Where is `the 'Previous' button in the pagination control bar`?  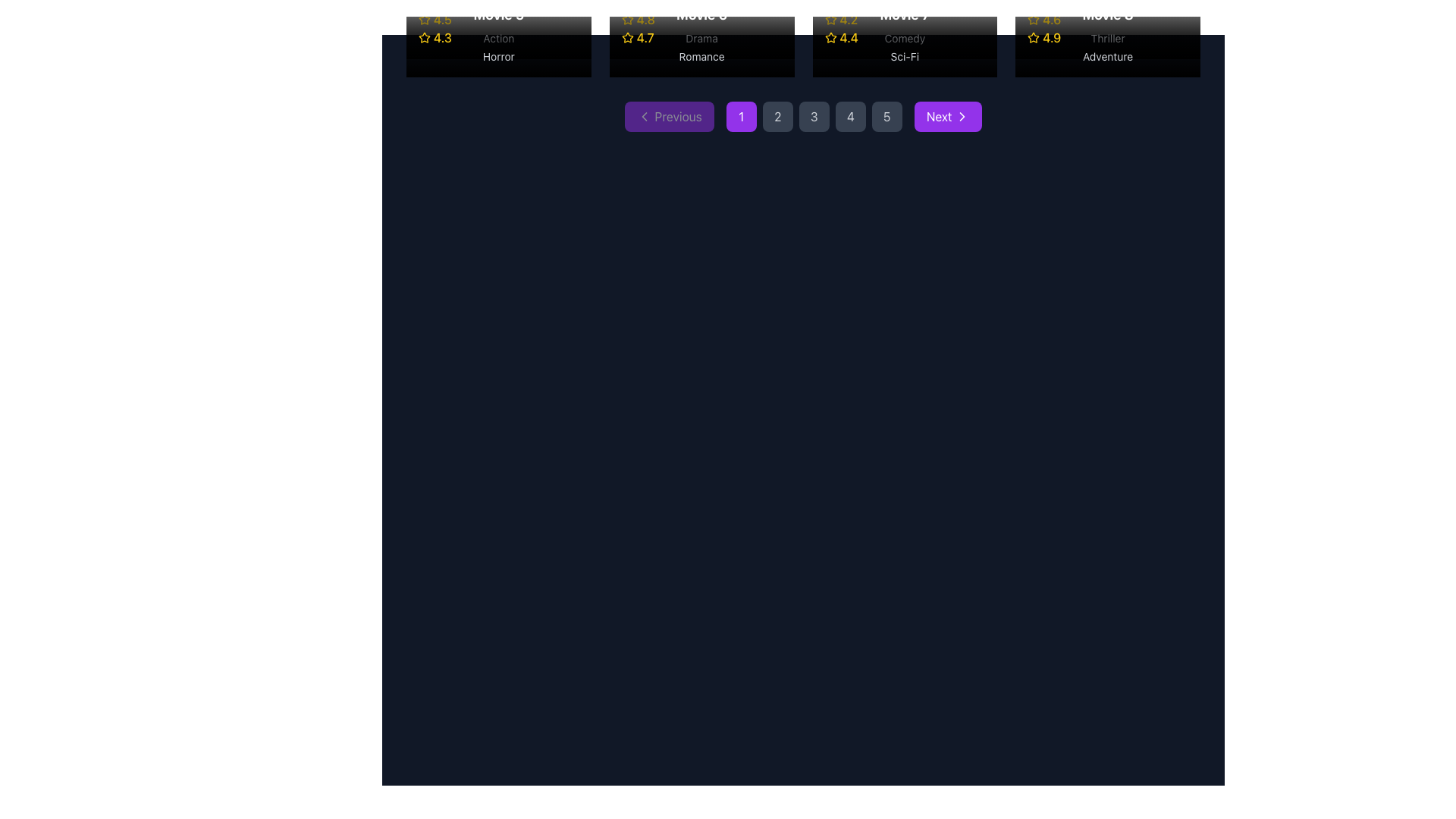
the 'Previous' button in the pagination control bar is located at coordinates (668, 116).